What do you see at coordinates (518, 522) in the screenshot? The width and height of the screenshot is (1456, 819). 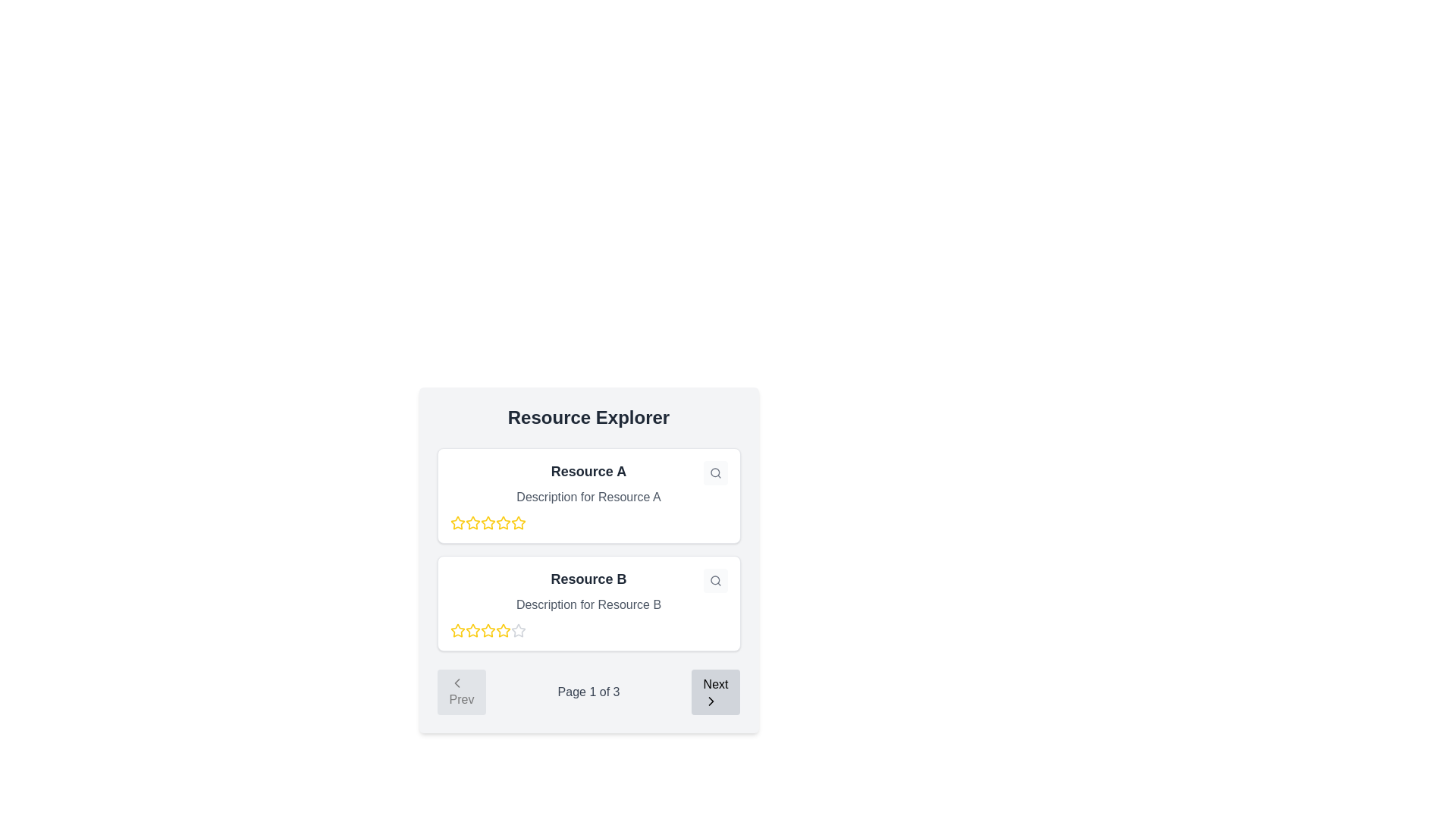 I see `the fourth yellow star in the star rating component located beneath the 'Resource A' section` at bounding box center [518, 522].